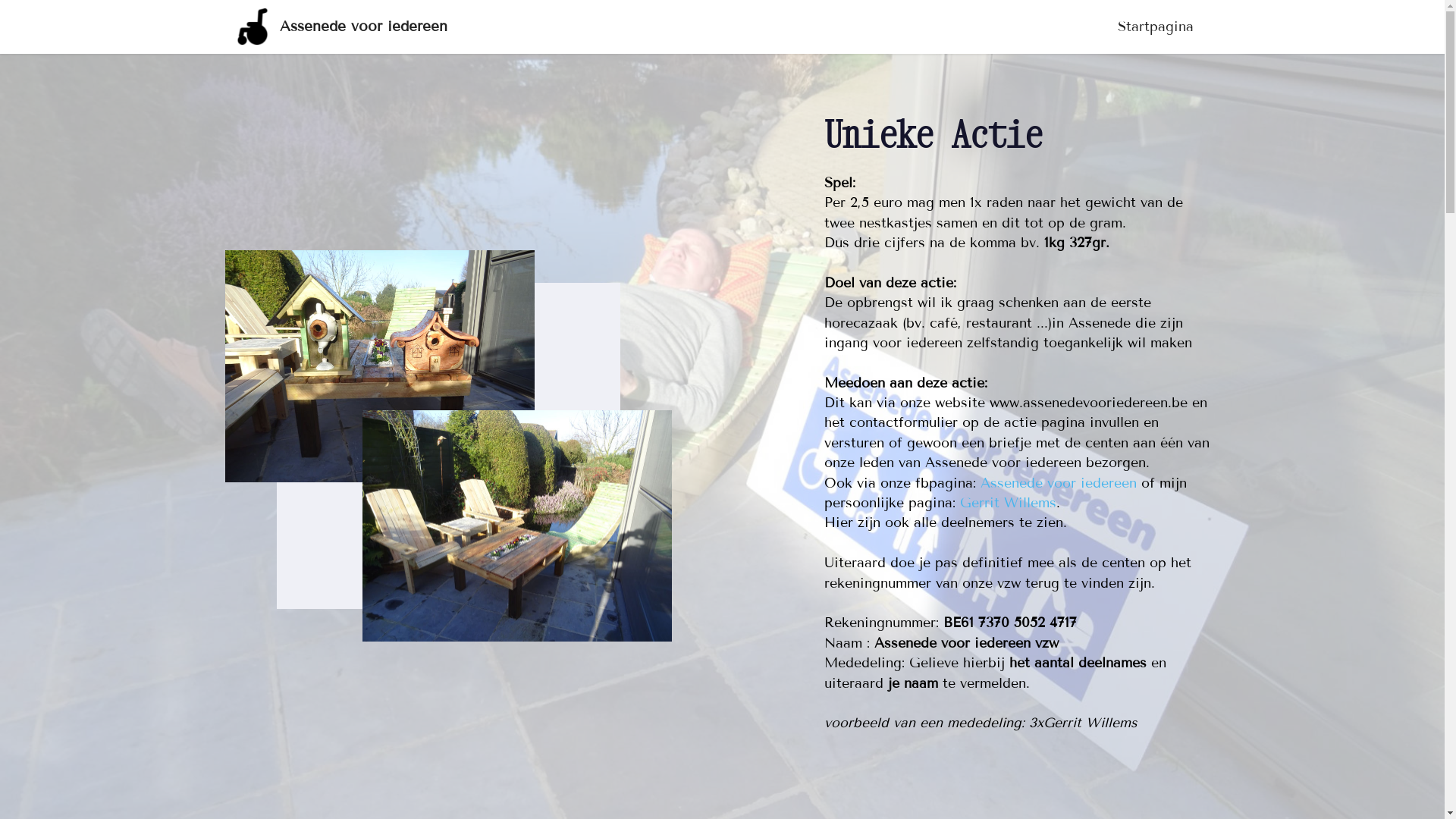 Image resolution: width=1456 pixels, height=819 pixels. I want to click on 'Gerrit Willems', so click(1008, 503).